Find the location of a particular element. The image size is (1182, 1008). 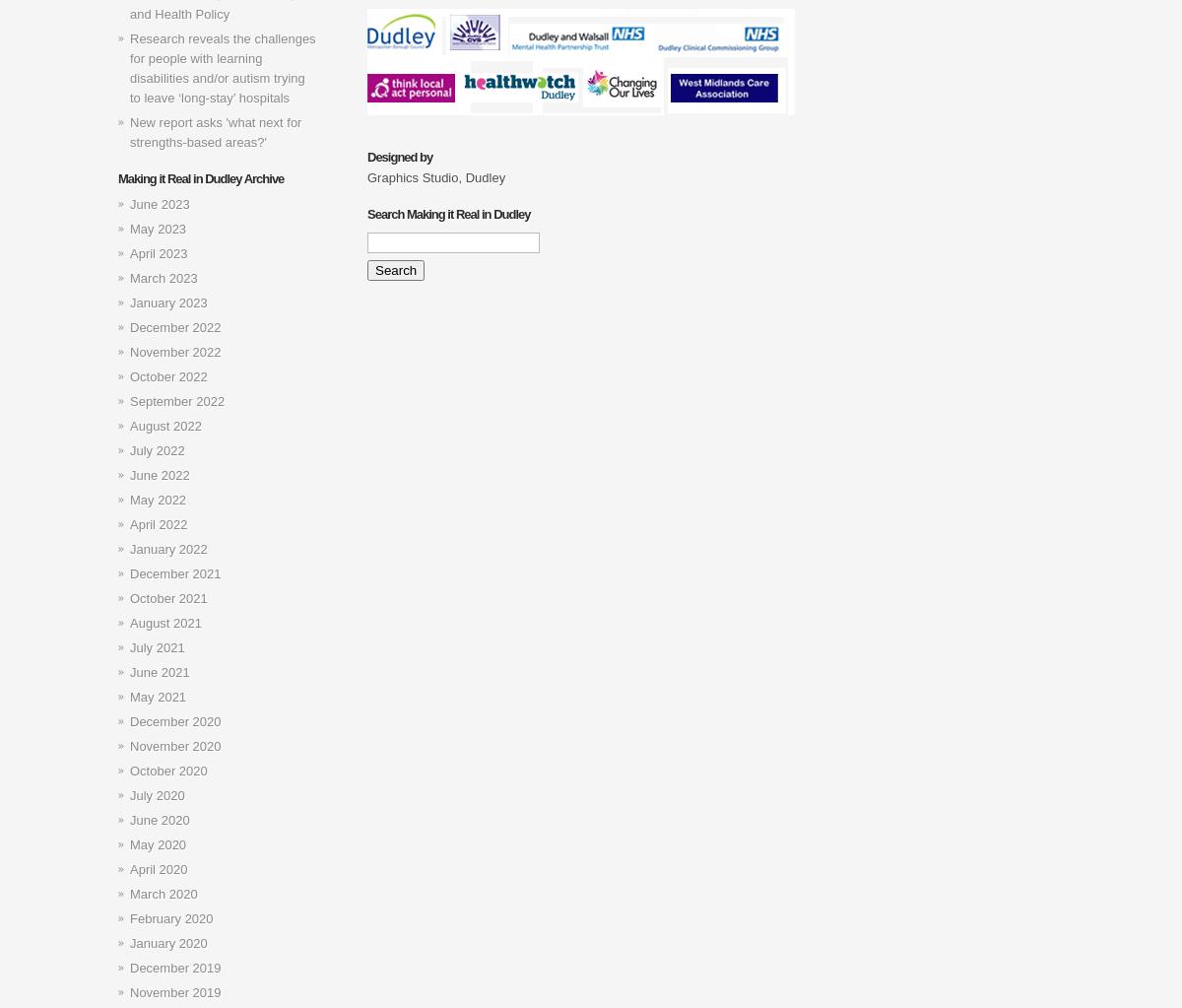

'May 2023' is located at coordinates (157, 228).